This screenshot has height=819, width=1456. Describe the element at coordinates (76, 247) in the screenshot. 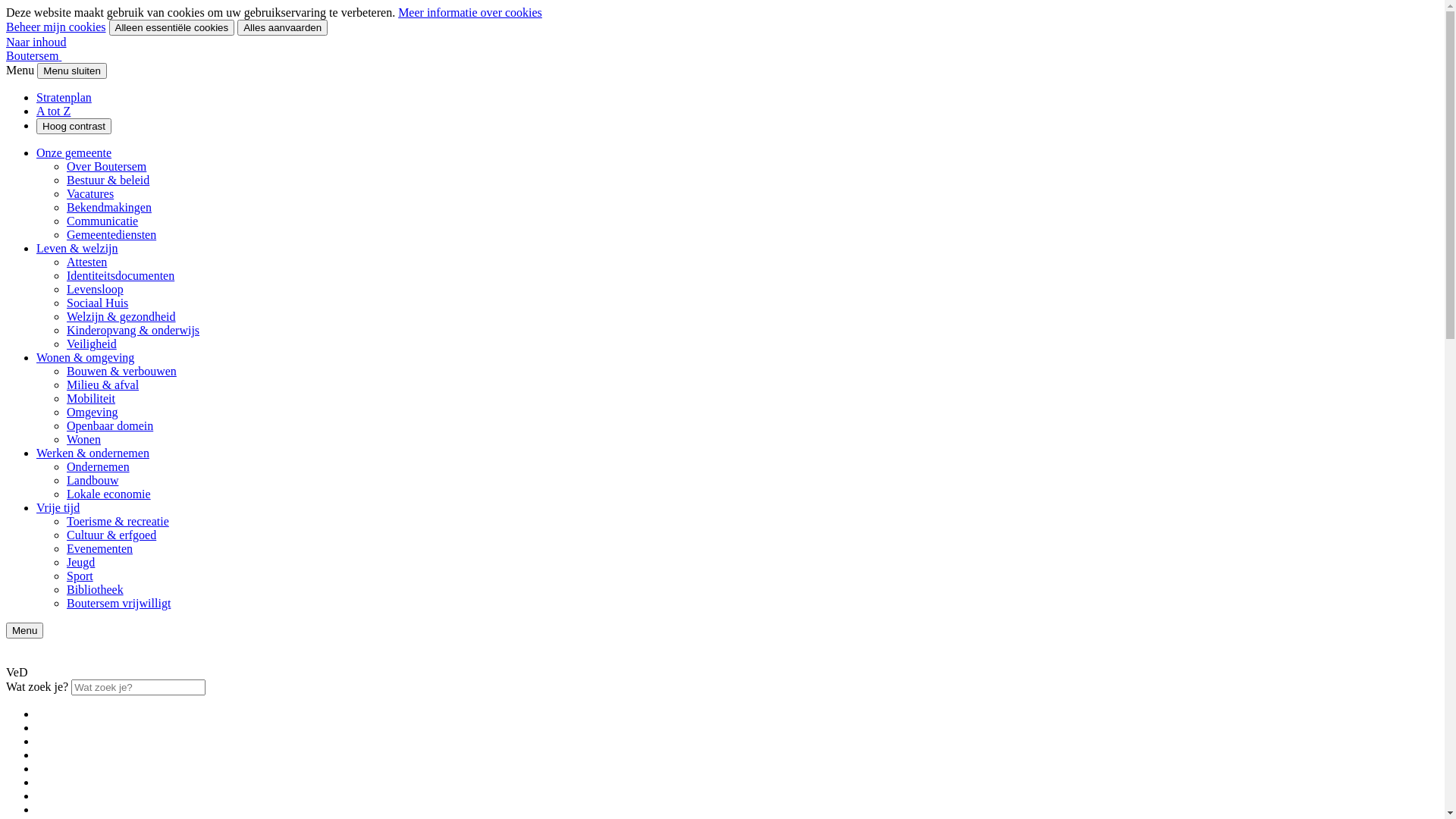

I see `'Leven & welzijn'` at that location.